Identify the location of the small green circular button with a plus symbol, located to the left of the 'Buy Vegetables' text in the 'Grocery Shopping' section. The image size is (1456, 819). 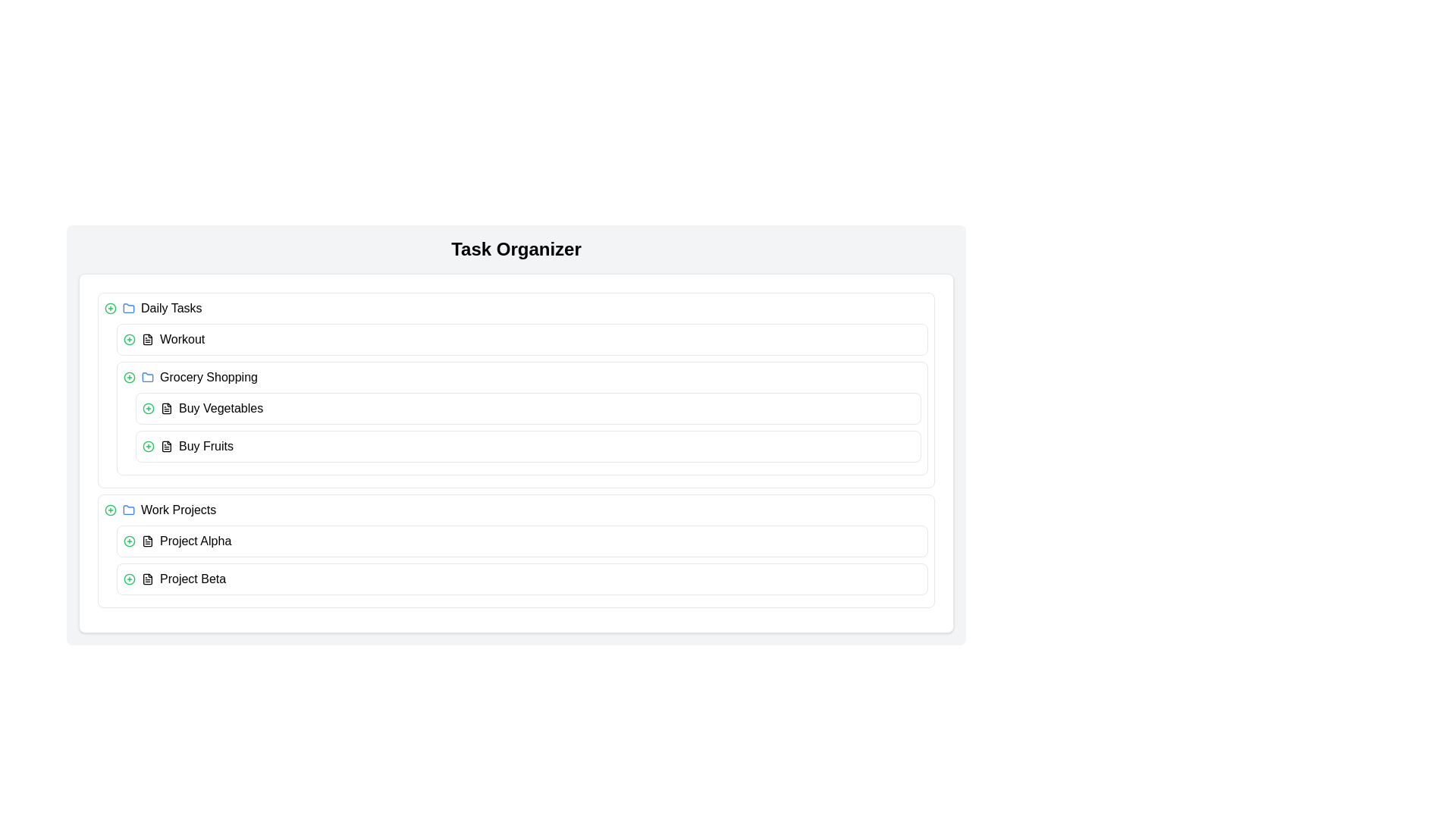
(149, 408).